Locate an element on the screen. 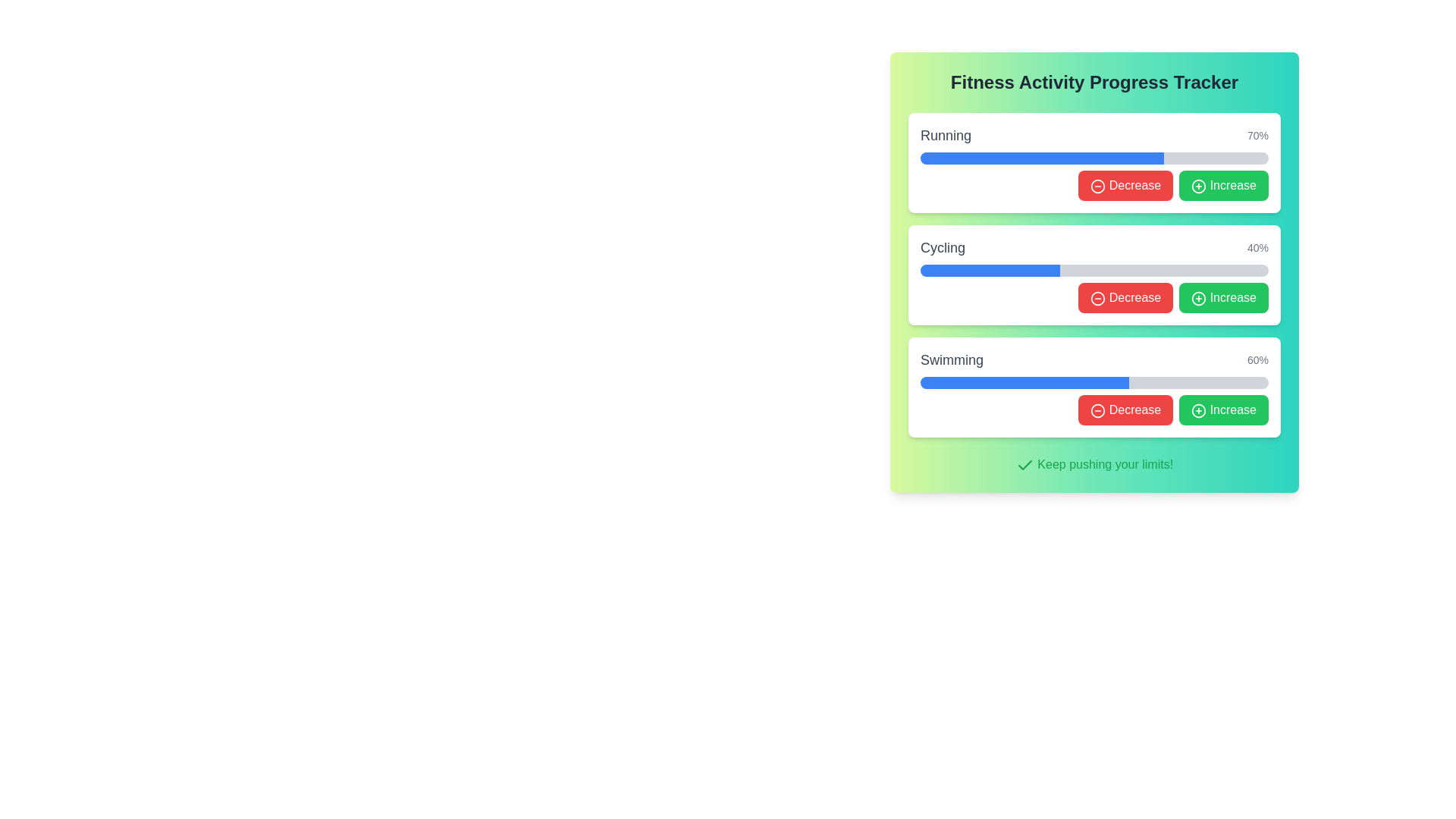 This screenshot has height=819, width=1456. the circular icon with a thin border located centrally within the interactive red button labeled 'Decrease' in the 'Cycling' progress card is located at coordinates (1098, 298).